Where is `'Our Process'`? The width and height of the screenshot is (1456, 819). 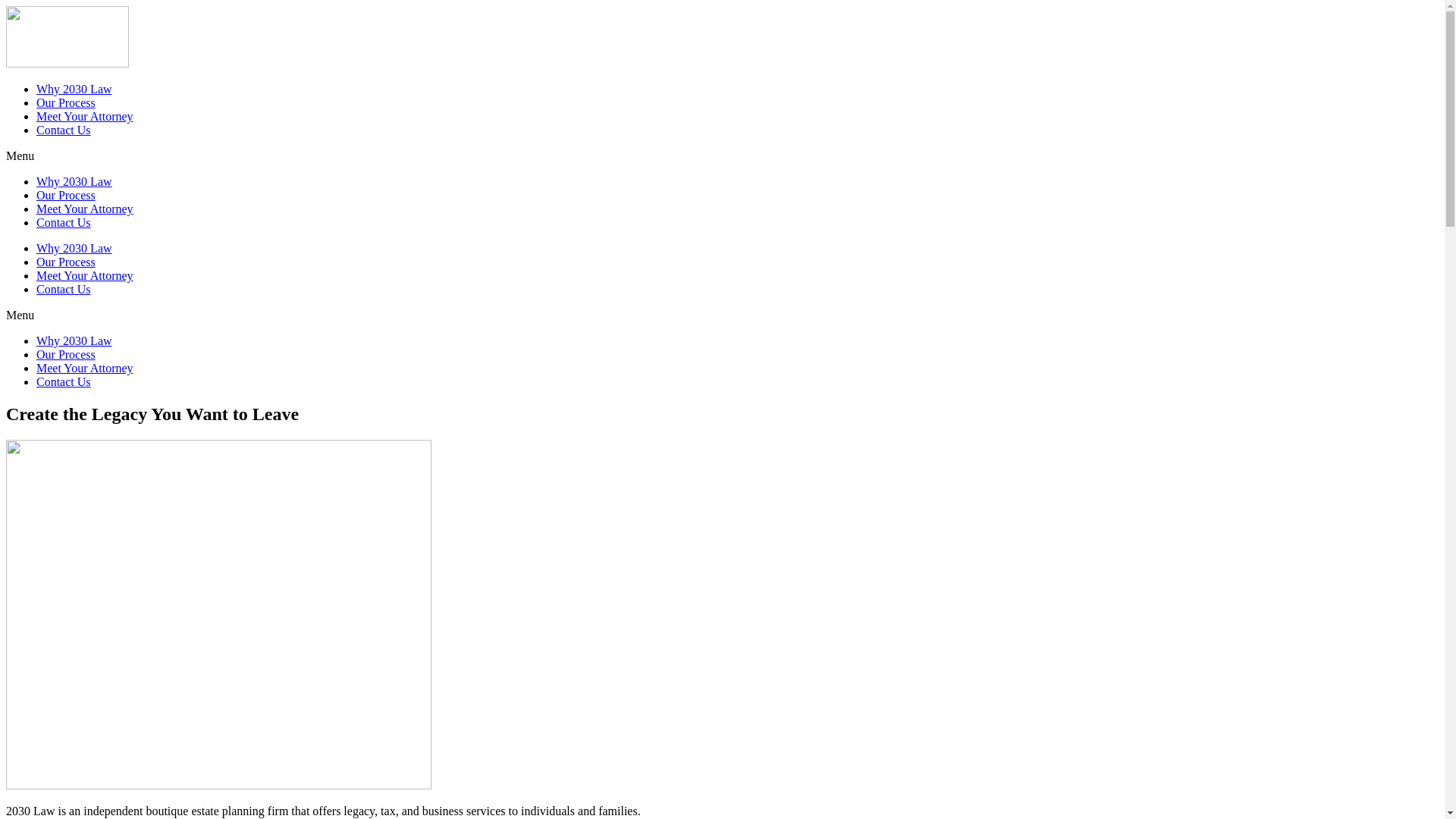
'Our Process' is located at coordinates (64, 261).